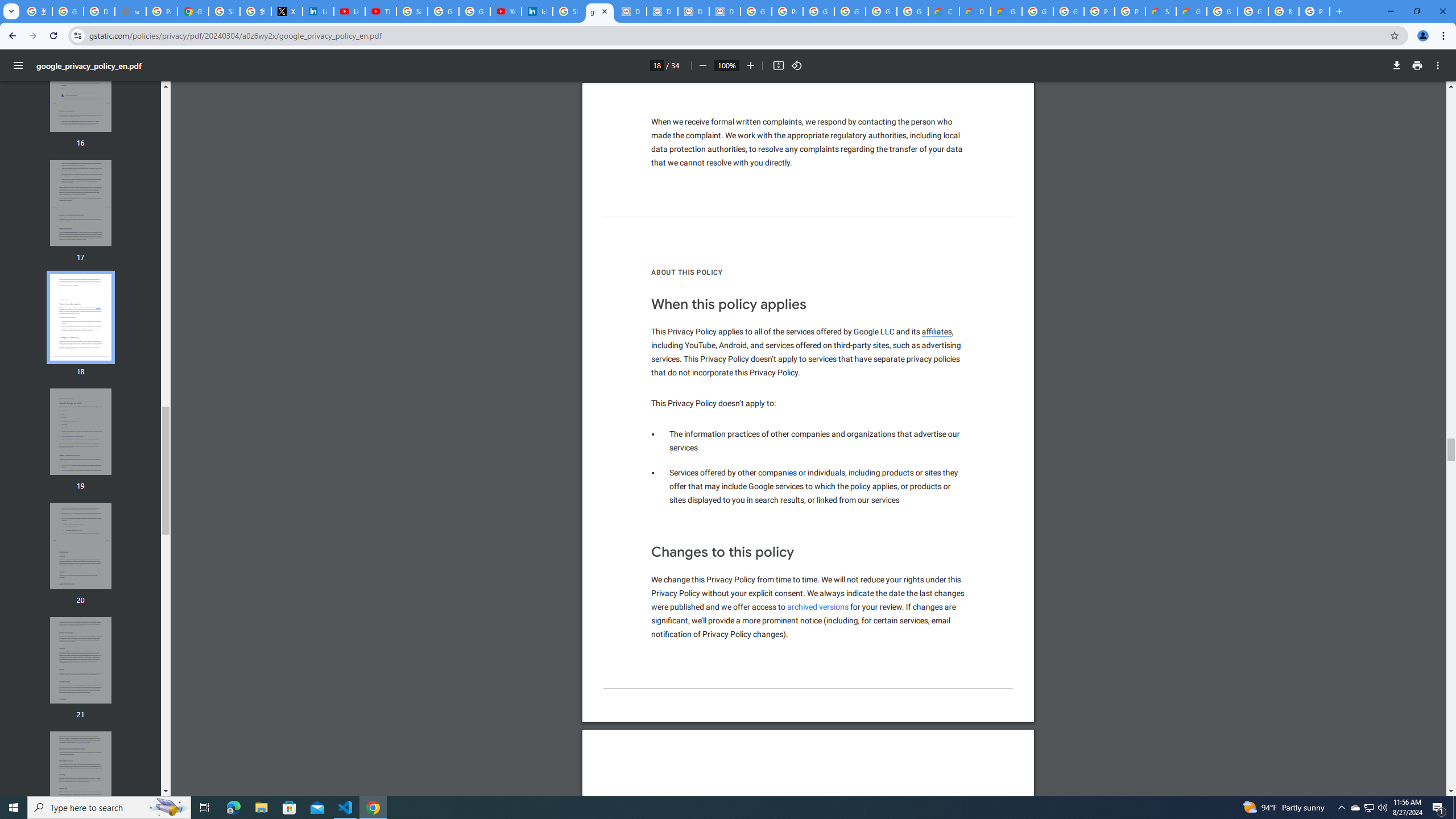 This screenshot has height=819, width=1456. Describe the element at coordinates (81, 660) in the screenshot. I see `'Thumbnail for page 21'` at that location.